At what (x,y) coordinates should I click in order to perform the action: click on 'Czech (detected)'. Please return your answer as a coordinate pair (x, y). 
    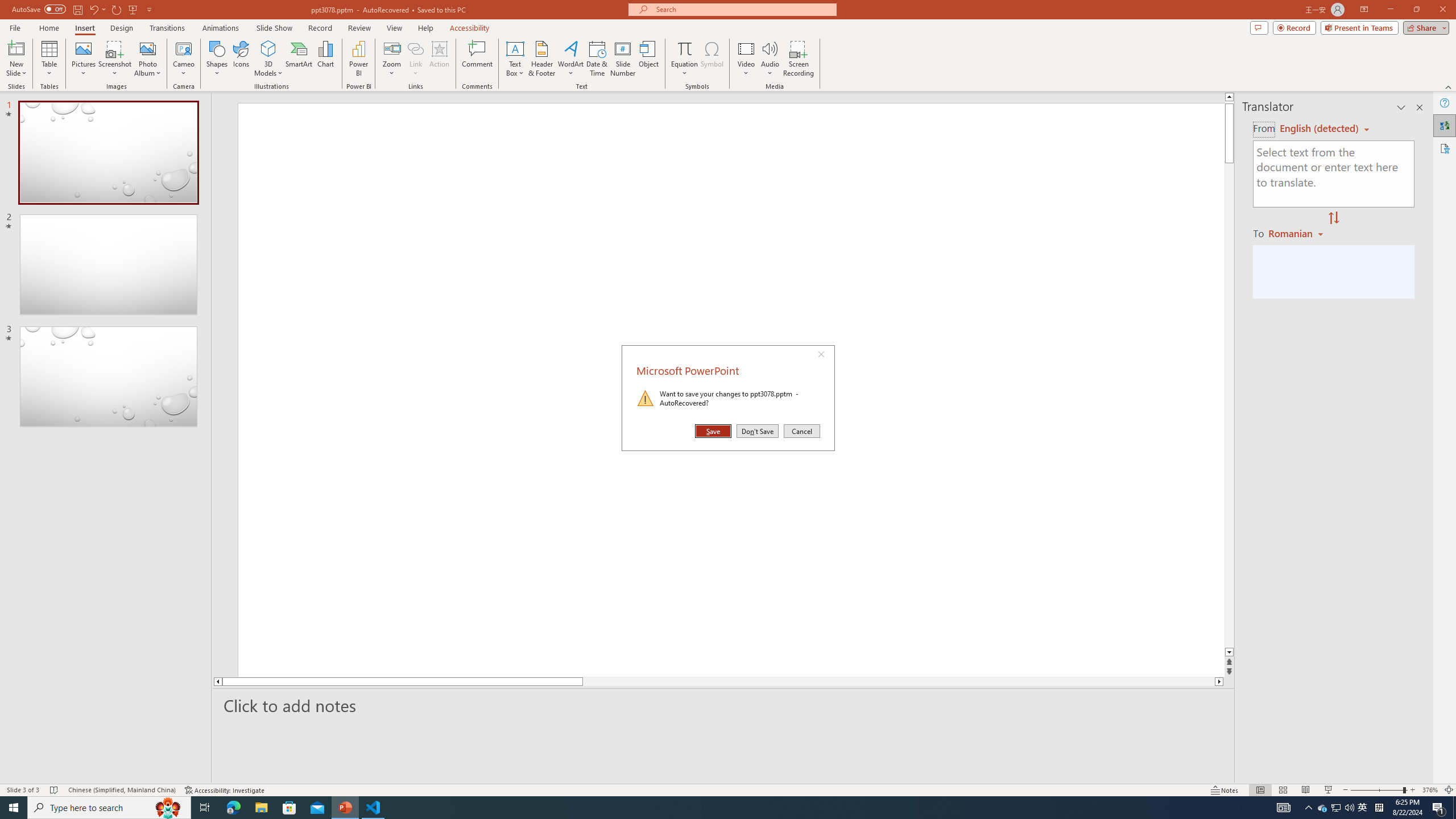
    Looking at the image, I should click on (1319, 128).